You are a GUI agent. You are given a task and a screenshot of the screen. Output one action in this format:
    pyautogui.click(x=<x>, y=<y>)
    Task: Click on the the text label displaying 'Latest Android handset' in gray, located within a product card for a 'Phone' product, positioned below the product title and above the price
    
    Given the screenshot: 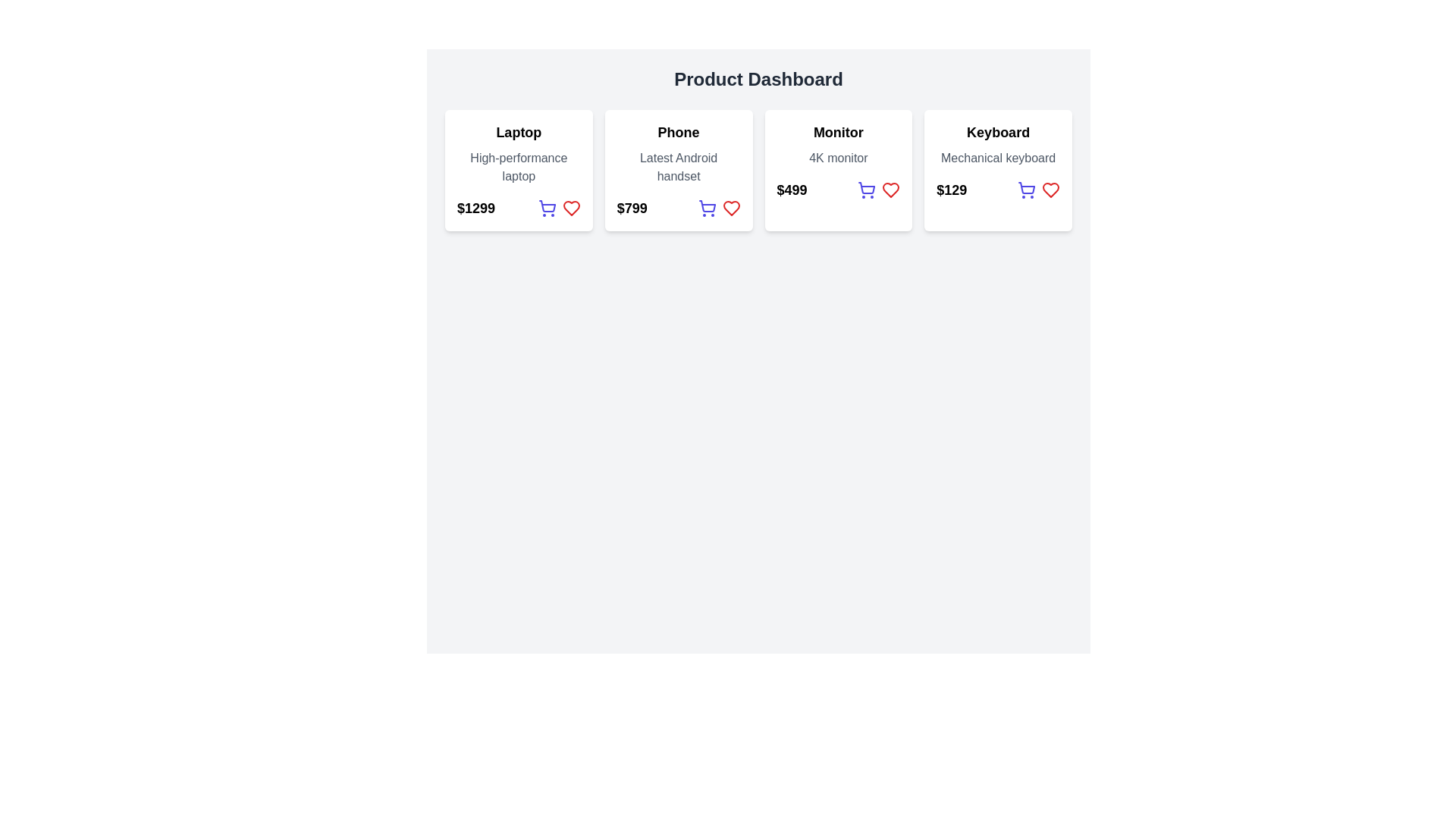 What is the action you would take?
    pyautogui.click(x=678, y=167)
    